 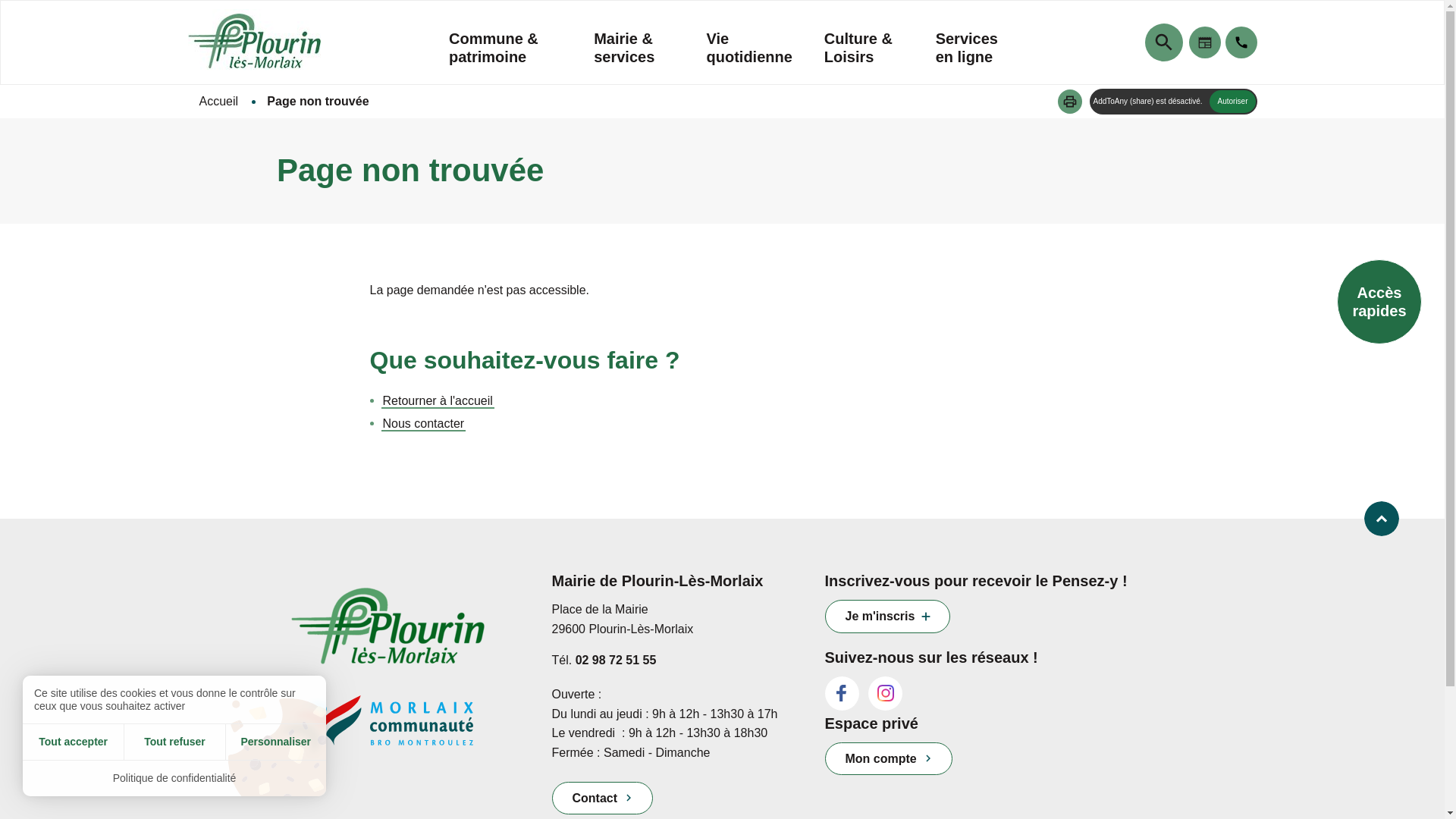 I want to click on 'Culture & Loisirs', so click(x=864, y=56).